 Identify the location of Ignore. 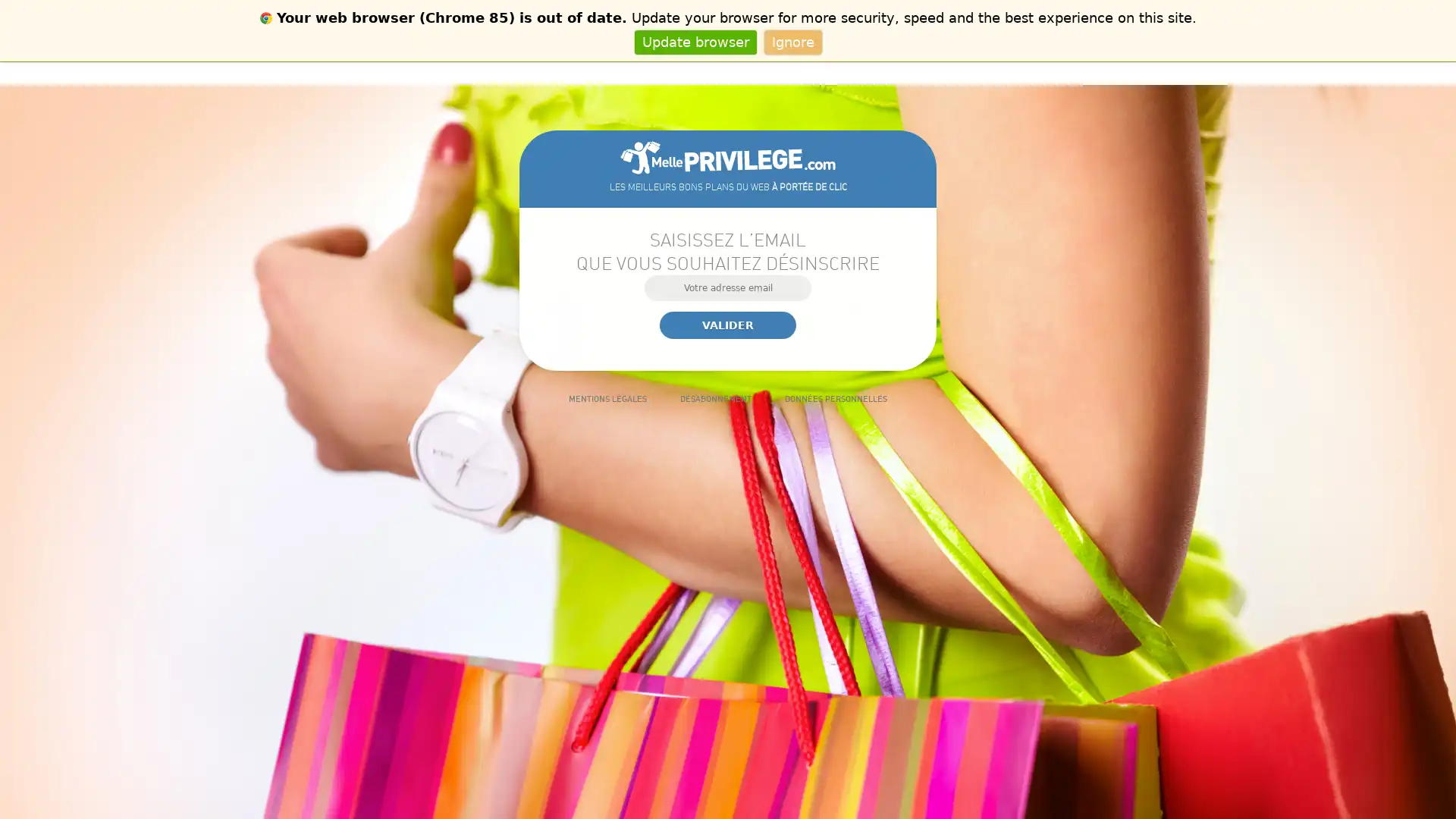
(792, 41).